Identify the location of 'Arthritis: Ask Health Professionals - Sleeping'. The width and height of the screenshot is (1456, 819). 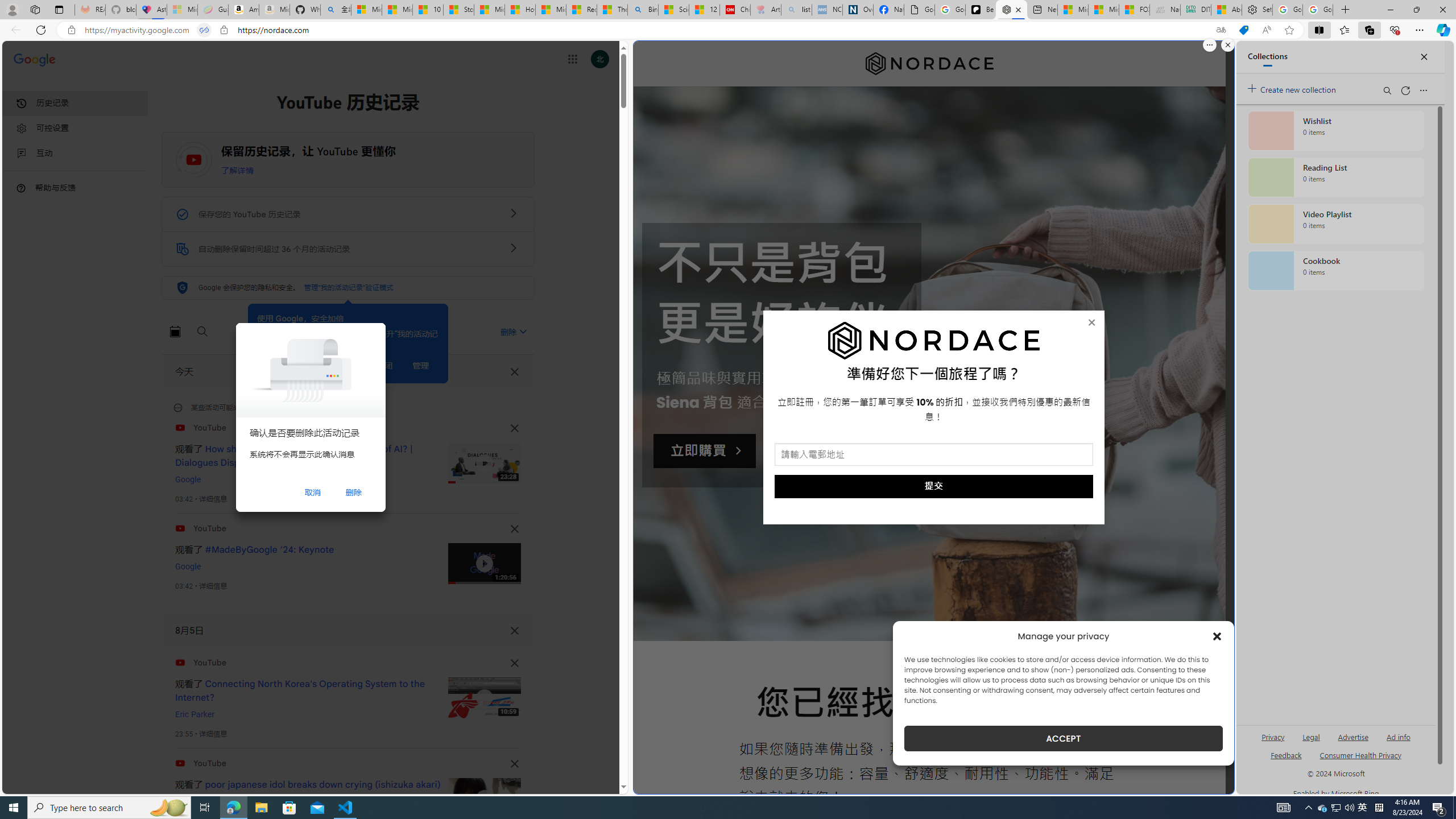
(765, 9).